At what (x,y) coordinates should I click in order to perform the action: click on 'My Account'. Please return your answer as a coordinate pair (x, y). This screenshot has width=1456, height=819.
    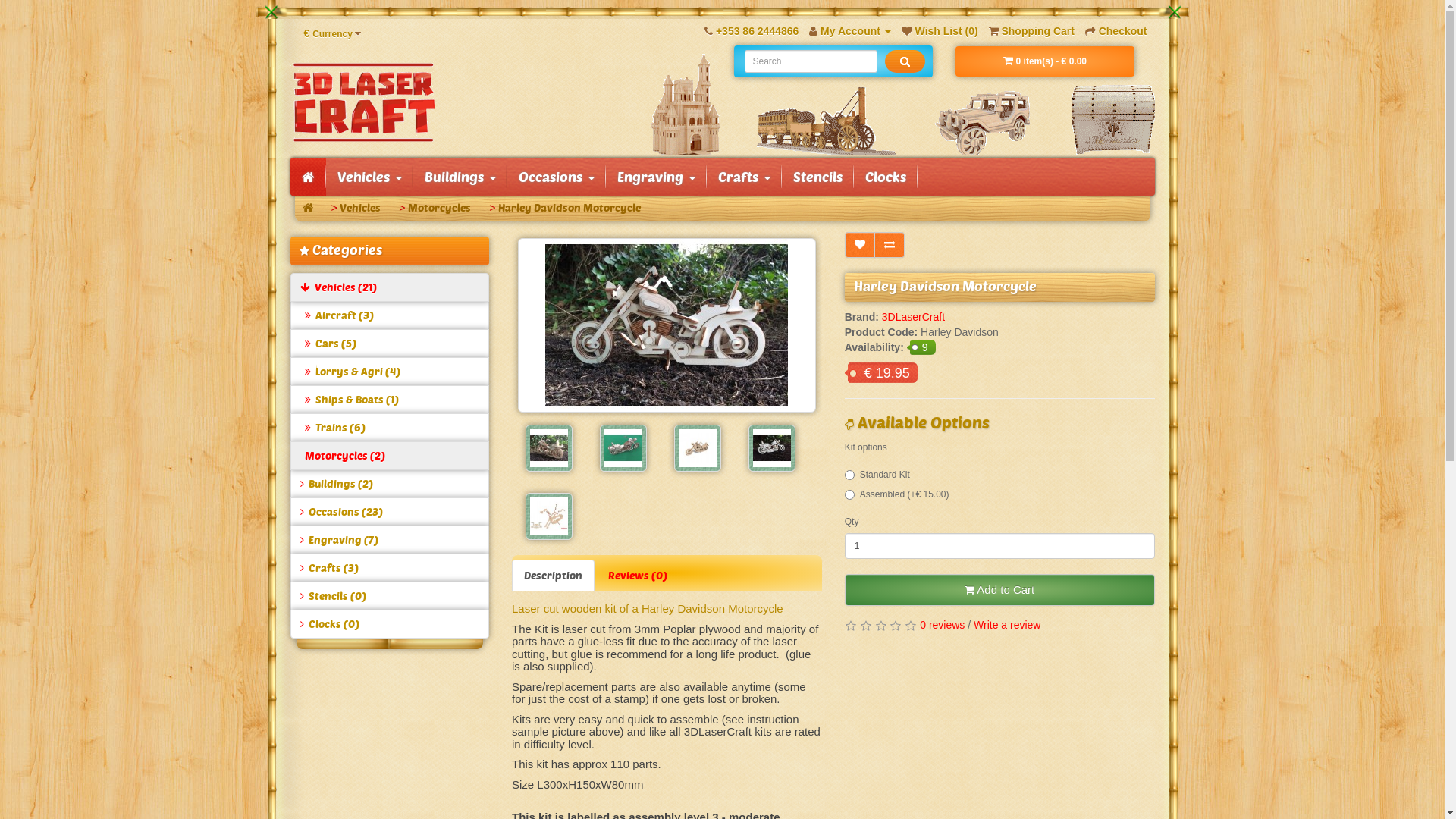
    Looking at the image, I should click on (850, 31).